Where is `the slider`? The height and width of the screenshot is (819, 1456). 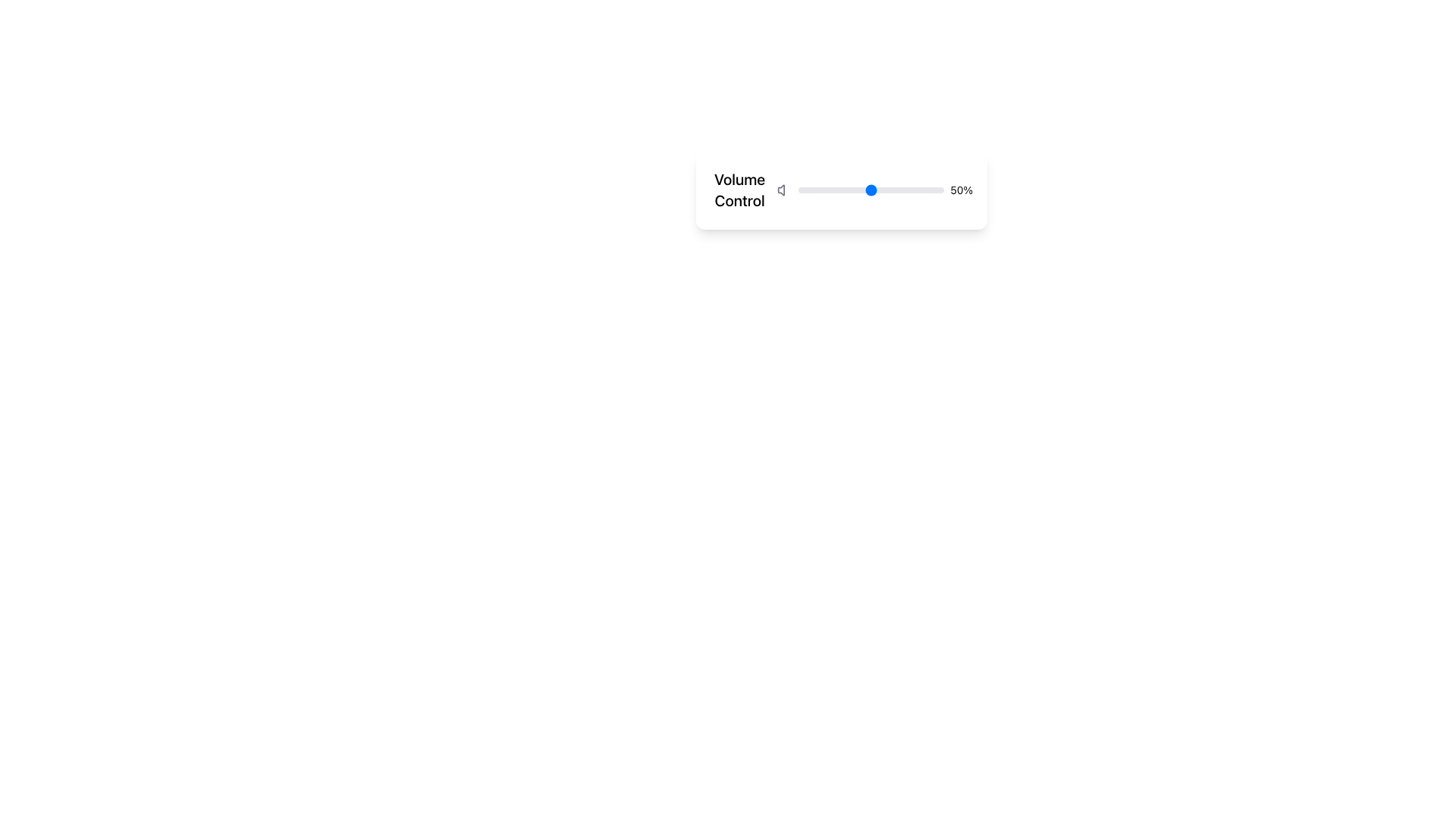
the slider is located at coordinates (874, 189).